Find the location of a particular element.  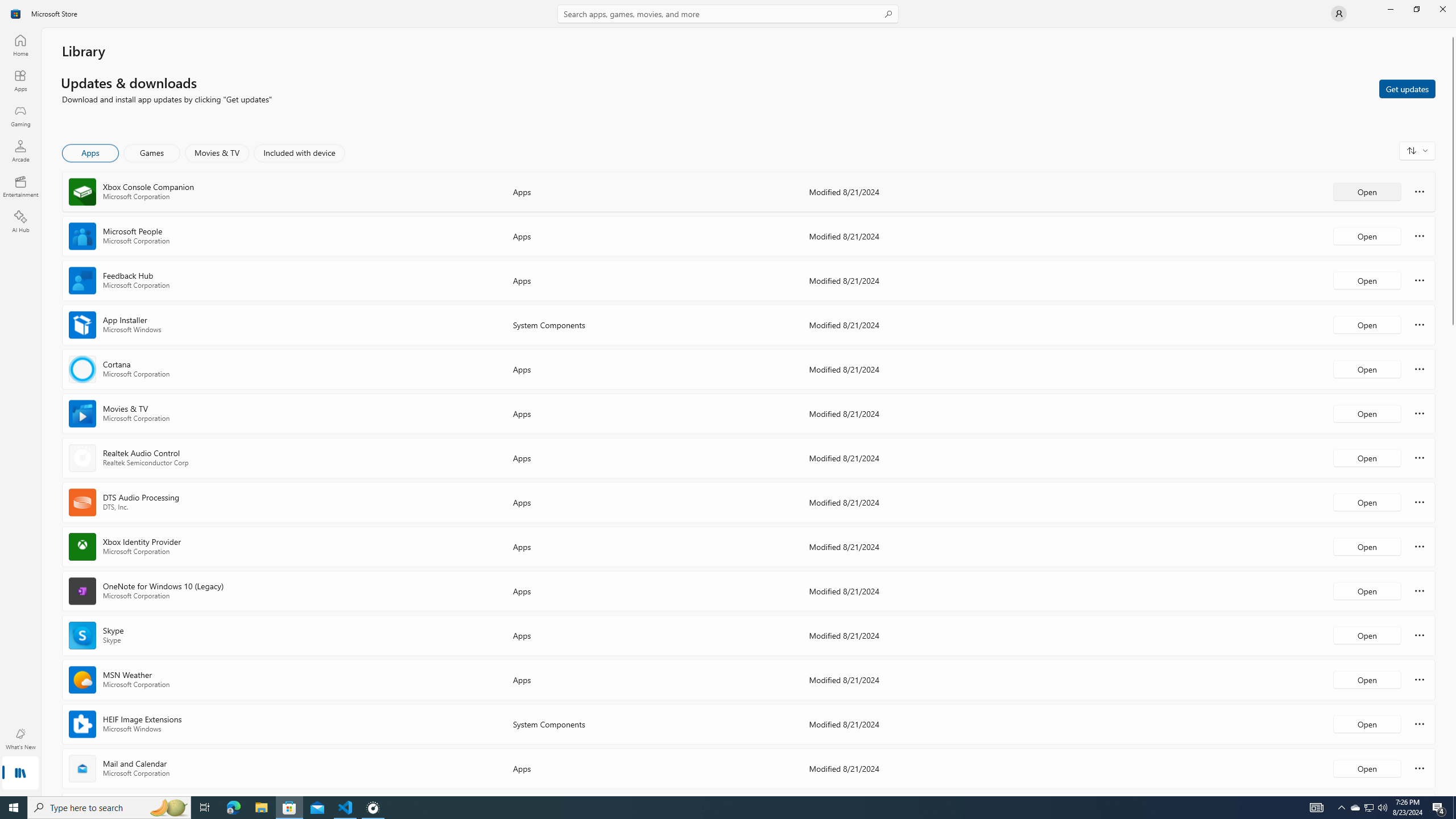

'User profile' is located at coordinates (1338, 13).